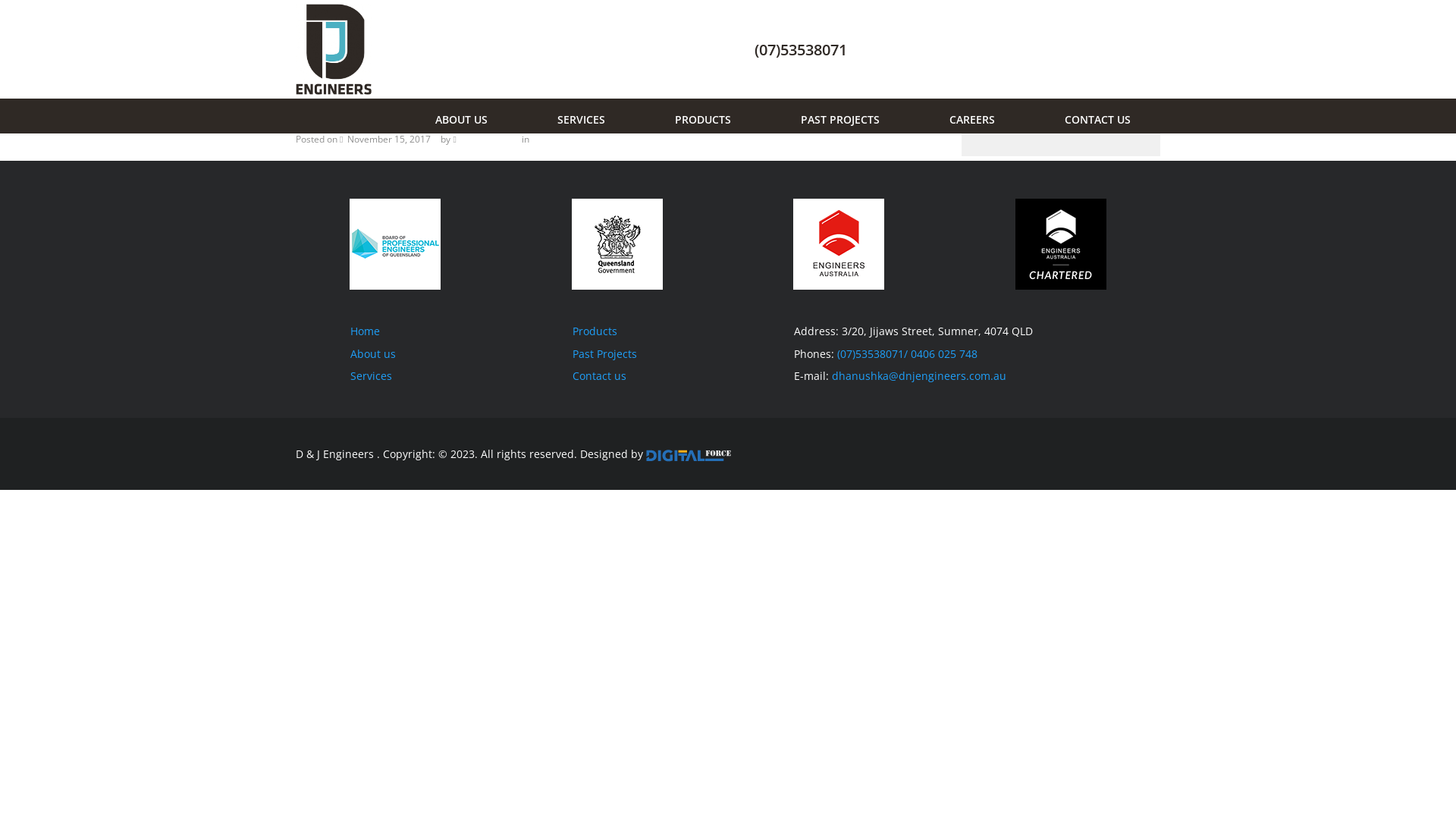  I want to click on 'Products', so click(593, 330).